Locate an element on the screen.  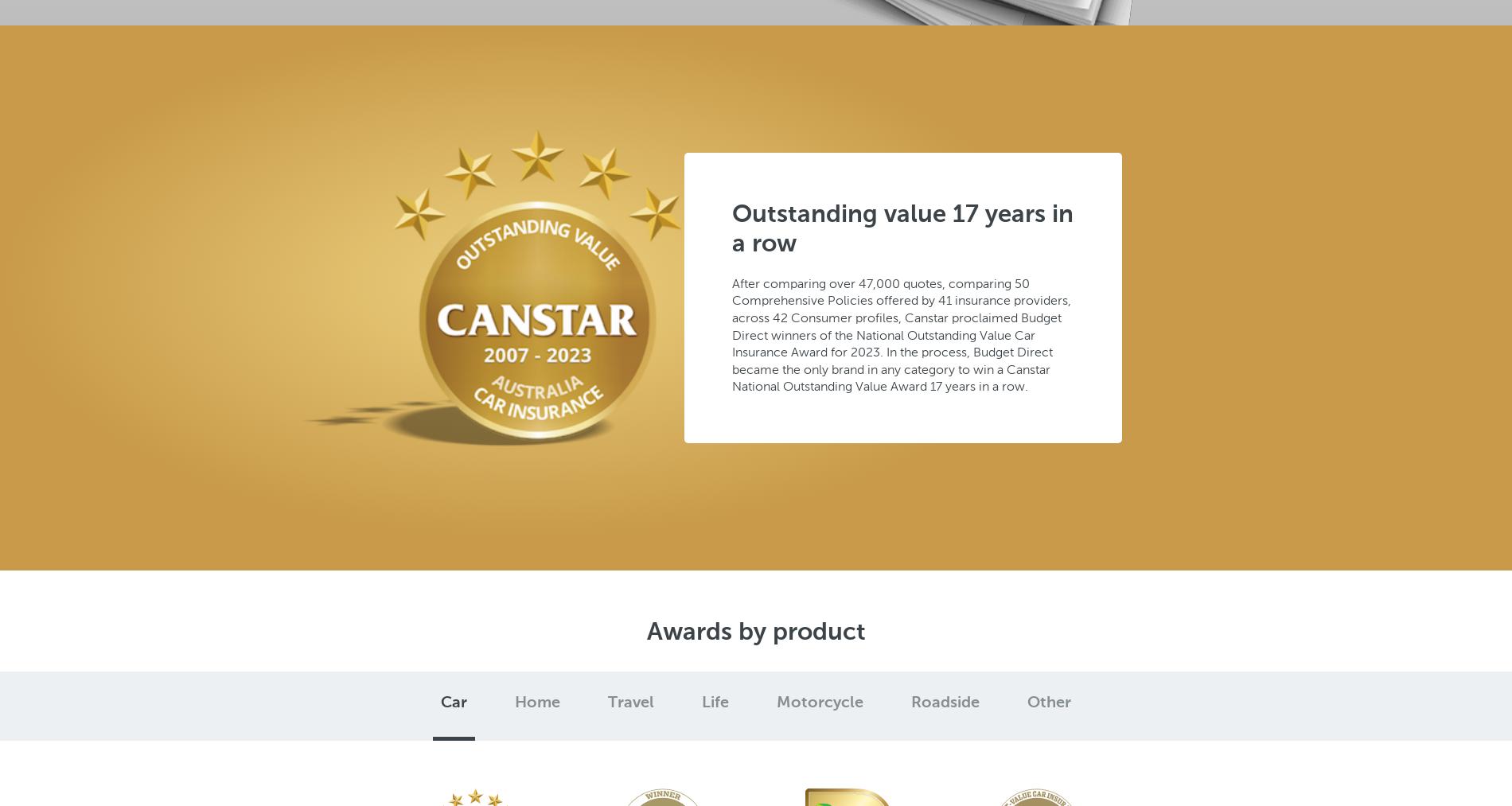
'Awards by product' is located at coordinates (754, 632).